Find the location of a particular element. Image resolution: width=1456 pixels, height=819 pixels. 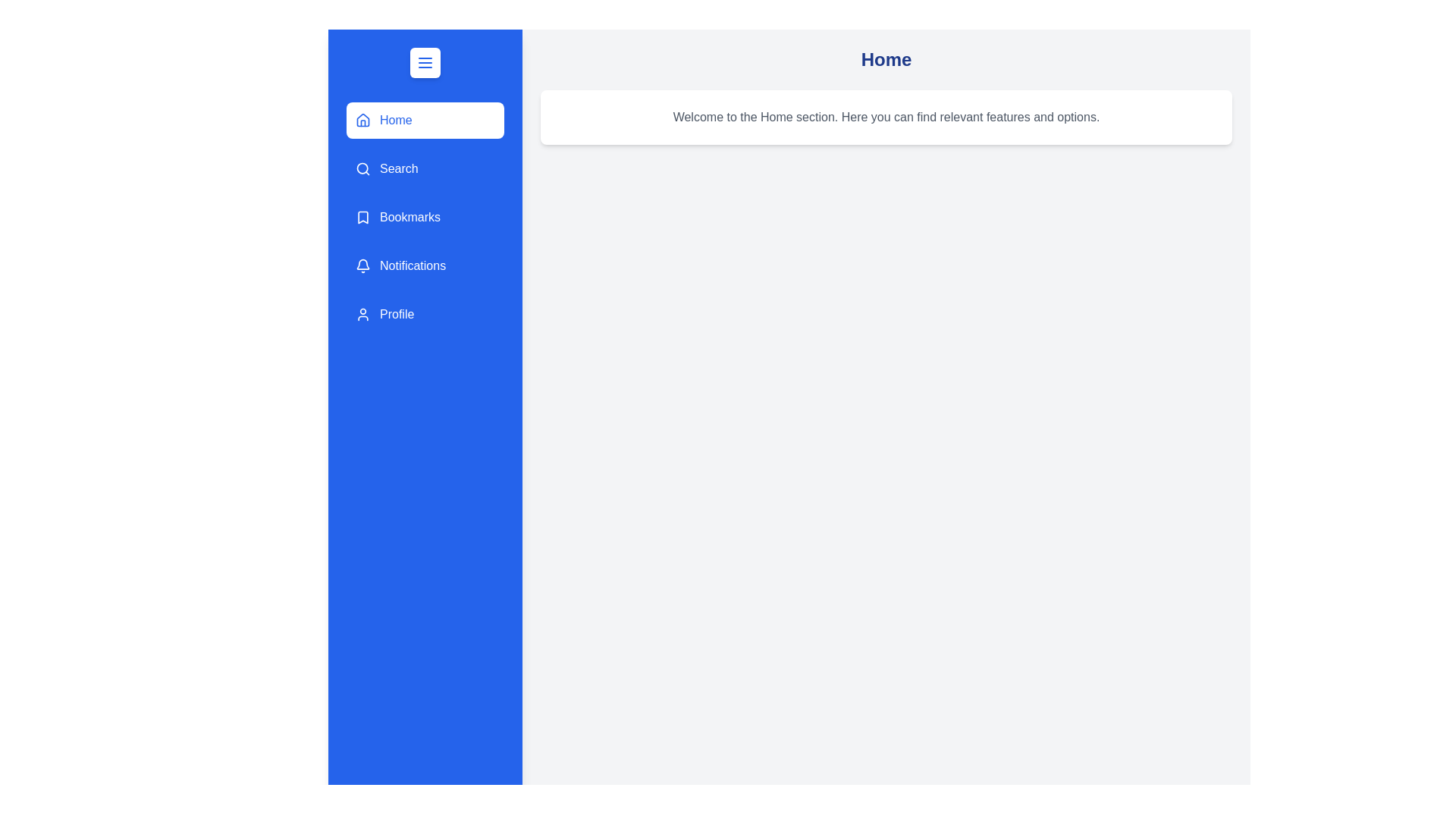

the menu item Search from the drawer is located at coordinates (425, 169).